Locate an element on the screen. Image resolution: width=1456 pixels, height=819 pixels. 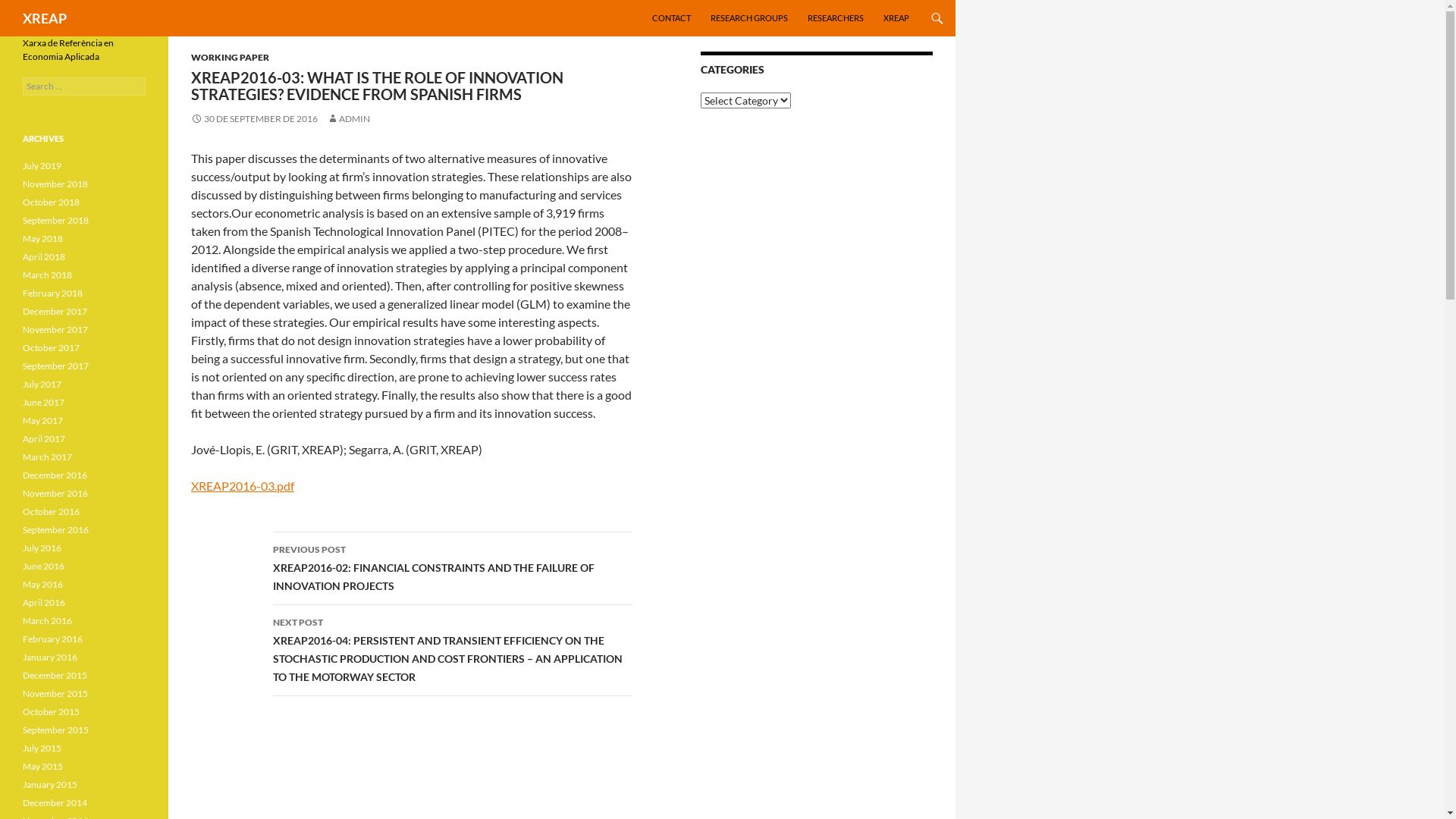
'December 2014' is located at coordinates (55, 802).